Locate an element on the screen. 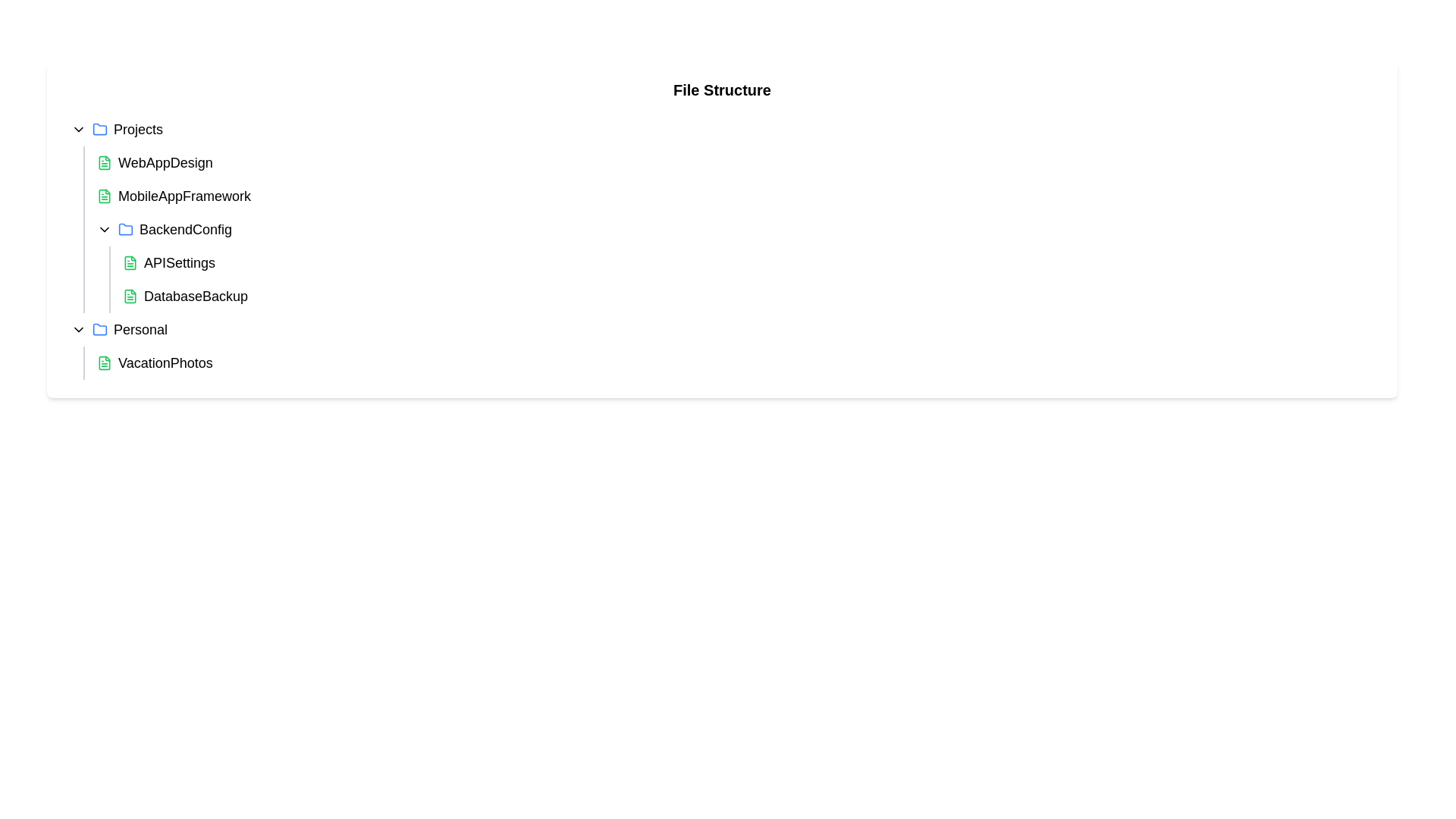 This screenshot has width=1456, height=819. the icon representing the file labeled 'MobileAppFramework' in the vertical list under the 'Projects' category is located at coordinates (104, 195).